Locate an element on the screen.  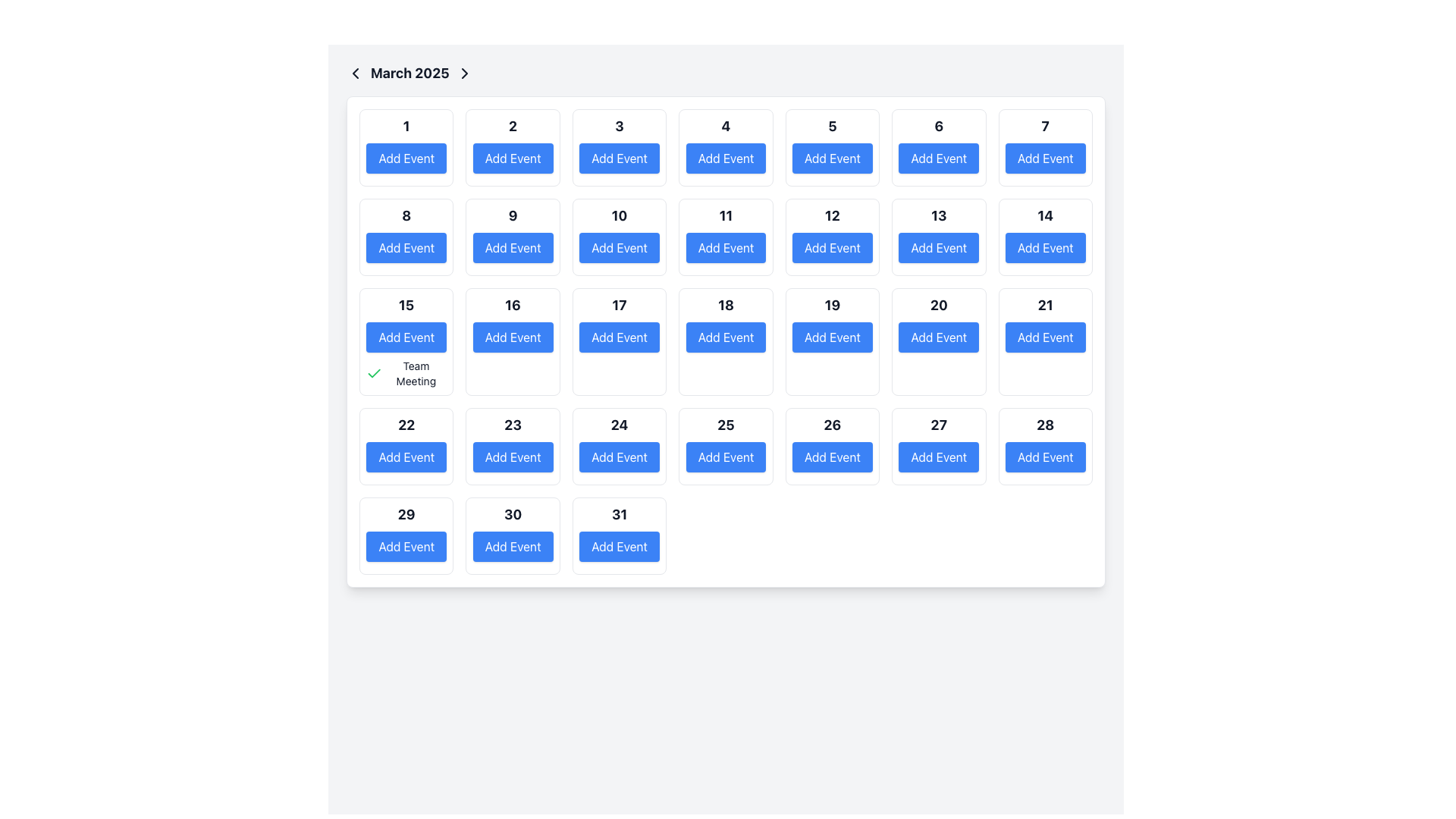
the text indicating the 20th day within the calendar interface, positioned in the fourth row and fourth column of the calendar grid is located at coordinates (938, 305).